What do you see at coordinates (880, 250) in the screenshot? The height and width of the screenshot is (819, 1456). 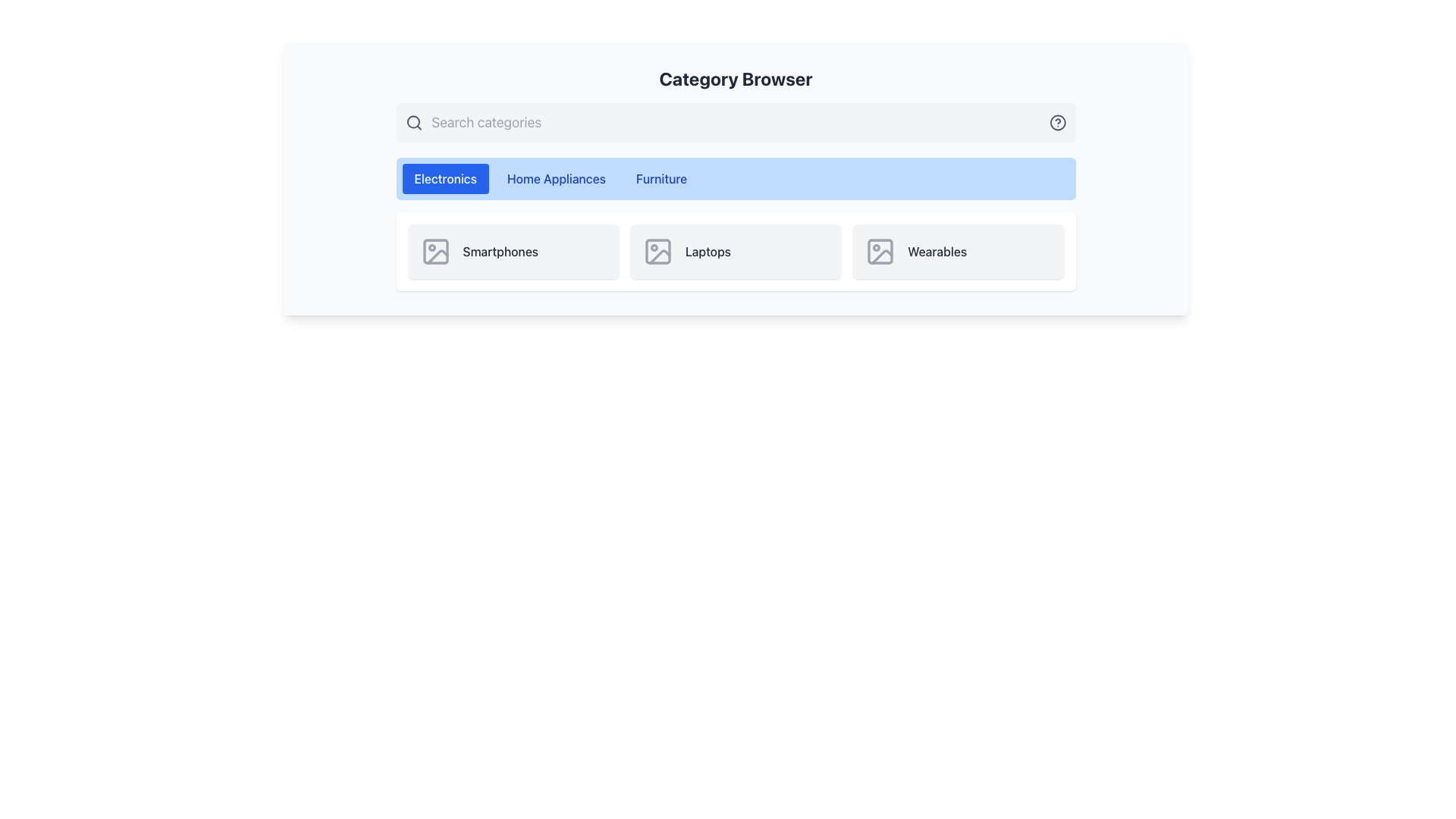 I see `the Icon Component that is part of the icon representation next to the 'Wearables' label, which is the last in the row of categories` at bounding box center [880, 250].